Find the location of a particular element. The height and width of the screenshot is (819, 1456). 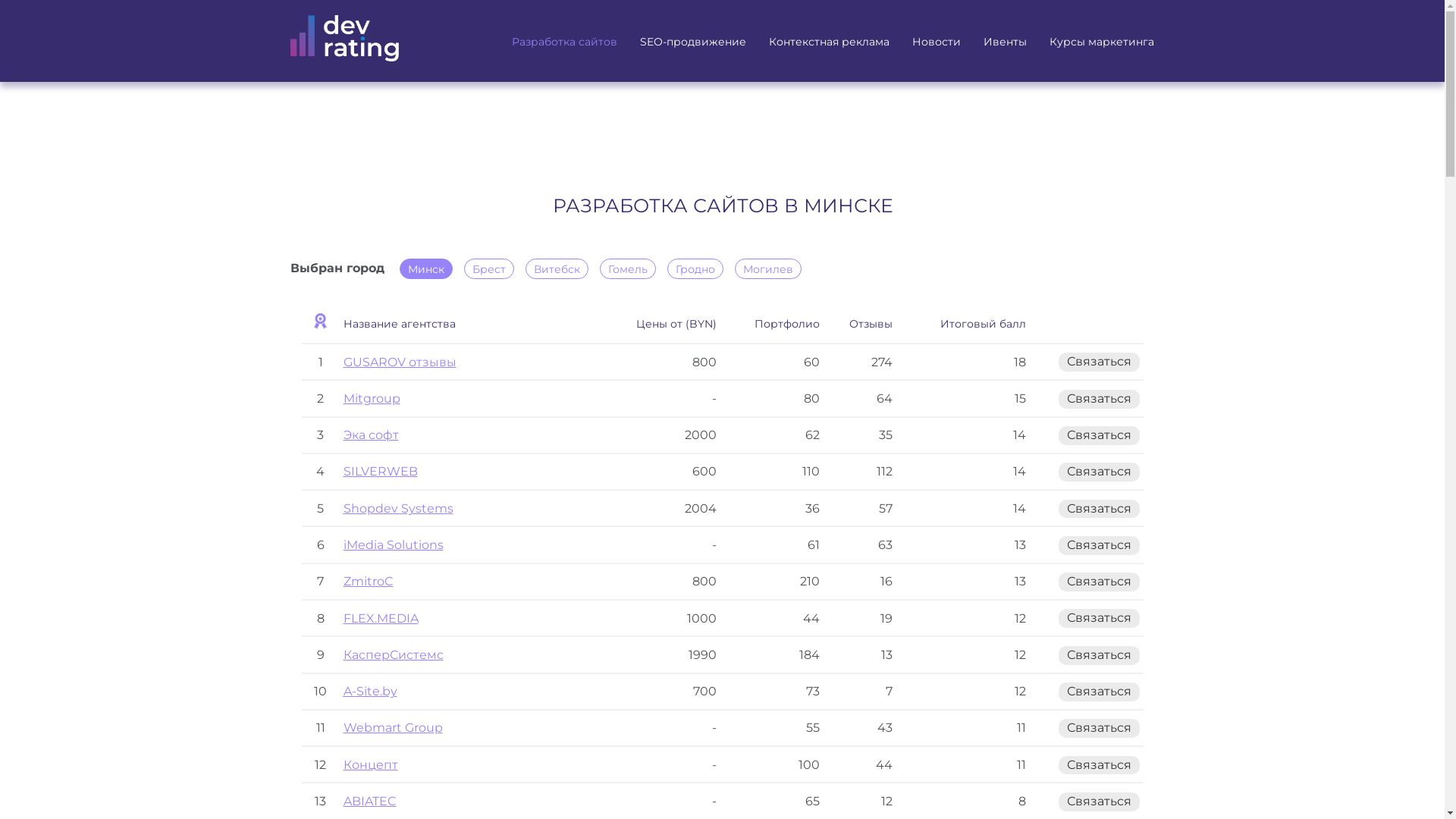

'Shopdev Systems' is located at coordinates (341, 508).